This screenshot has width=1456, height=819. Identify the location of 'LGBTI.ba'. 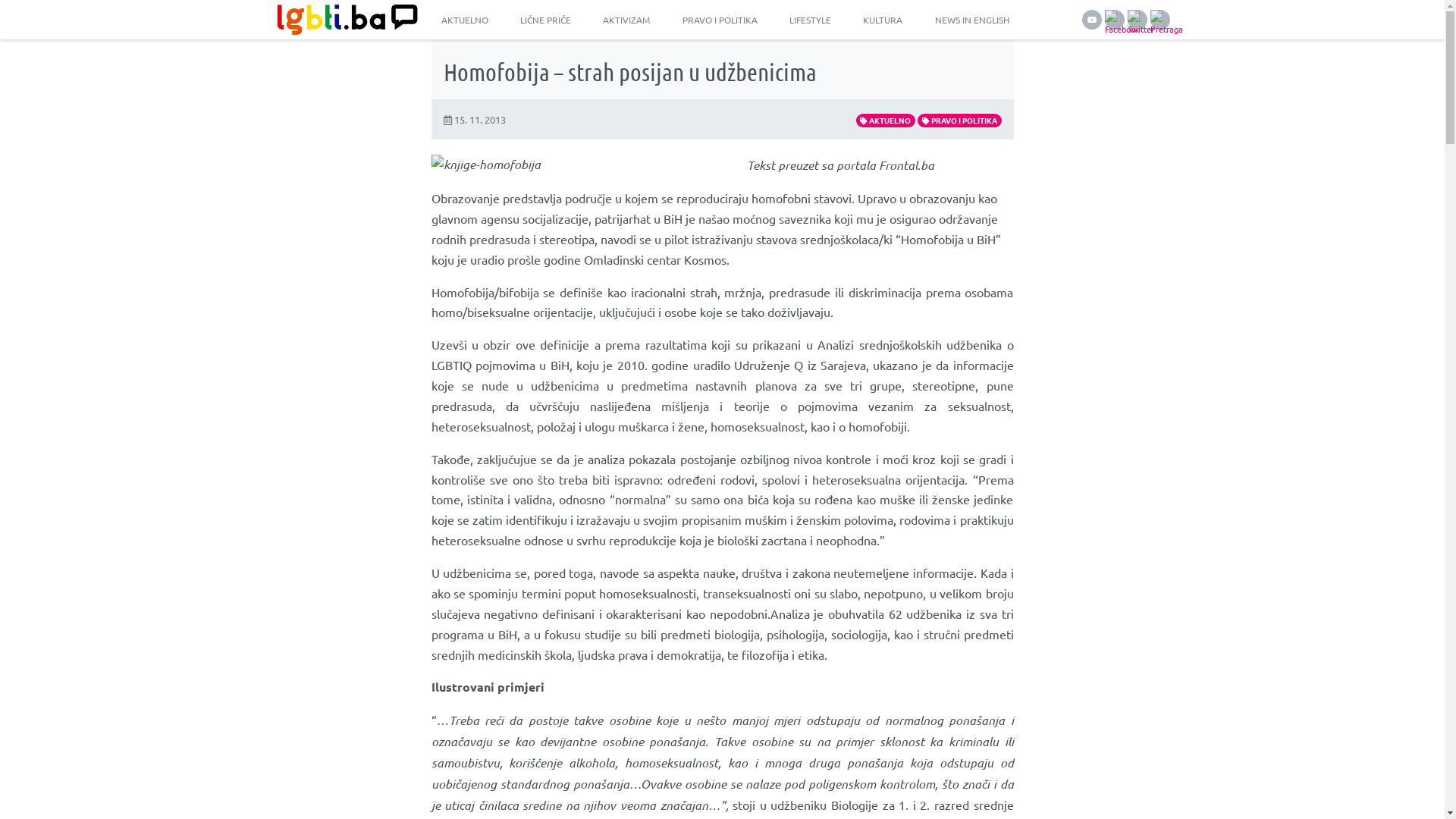
(341, 20).